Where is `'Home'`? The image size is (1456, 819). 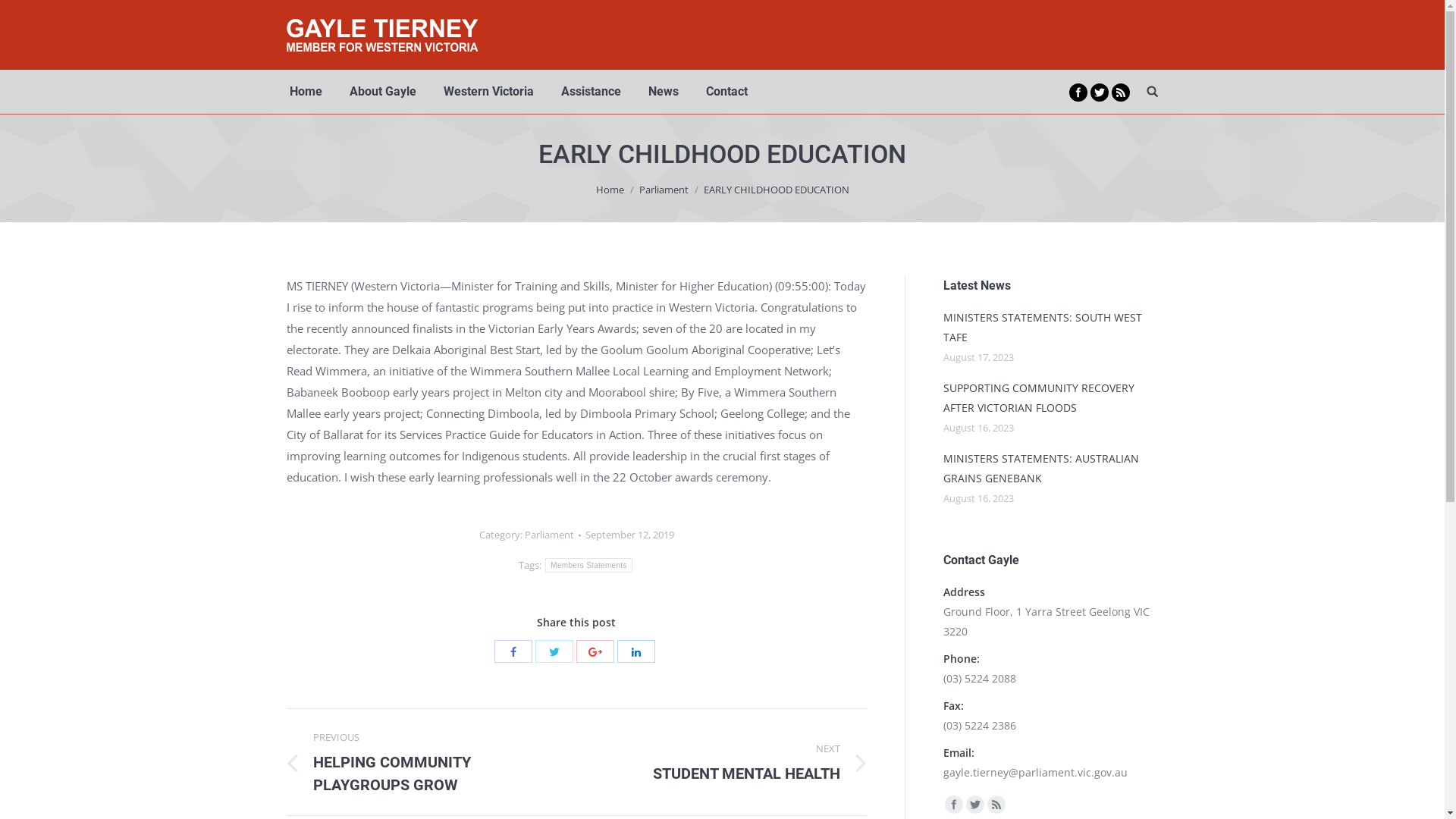 'Home' is located at coordinates (610, 189).